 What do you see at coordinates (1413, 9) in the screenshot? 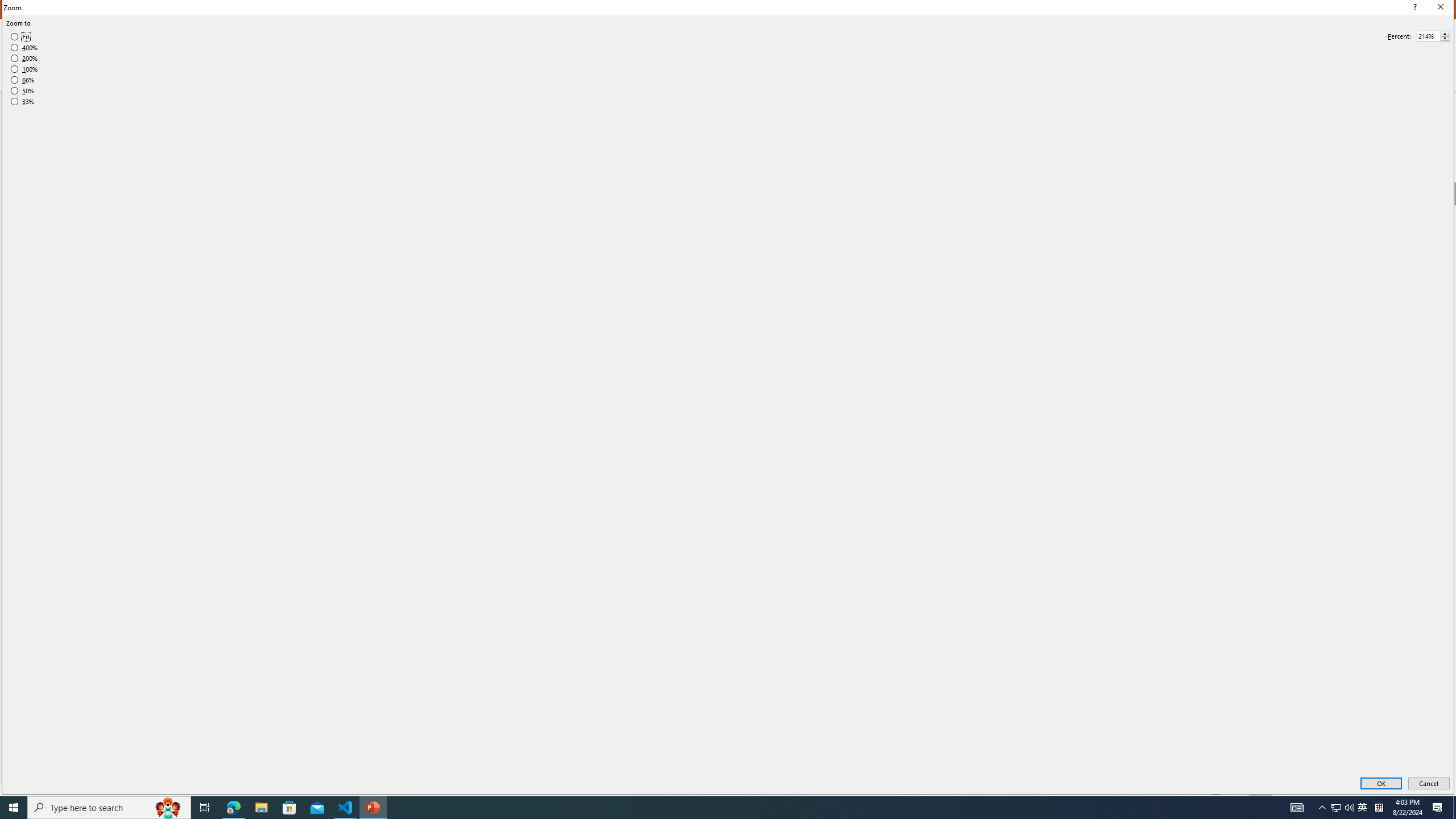
I see `'Context help'` at bounding box center [1413, 9].